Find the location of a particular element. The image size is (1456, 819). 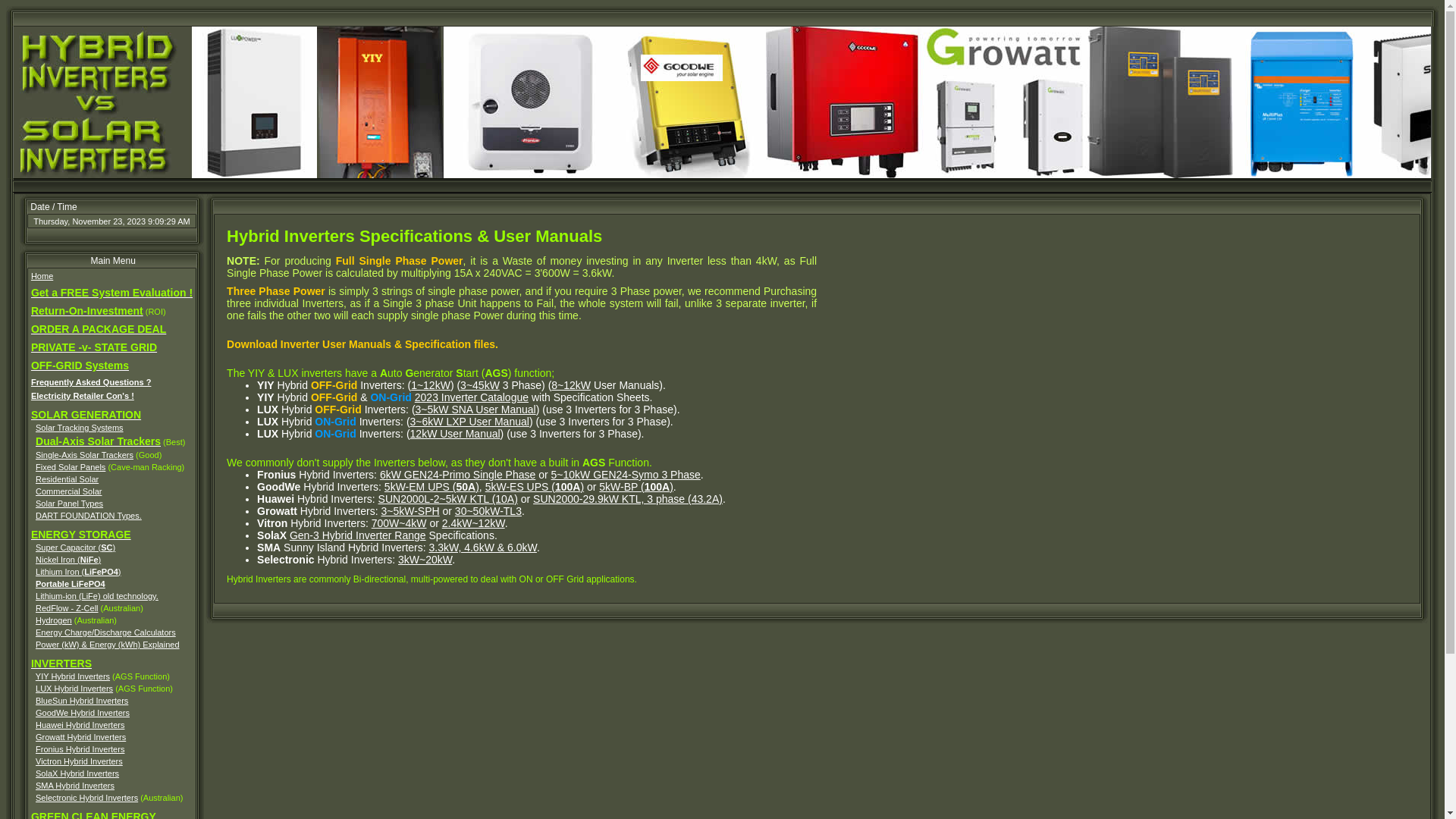

'Residential Solar' is located at coordinates (66, 479).